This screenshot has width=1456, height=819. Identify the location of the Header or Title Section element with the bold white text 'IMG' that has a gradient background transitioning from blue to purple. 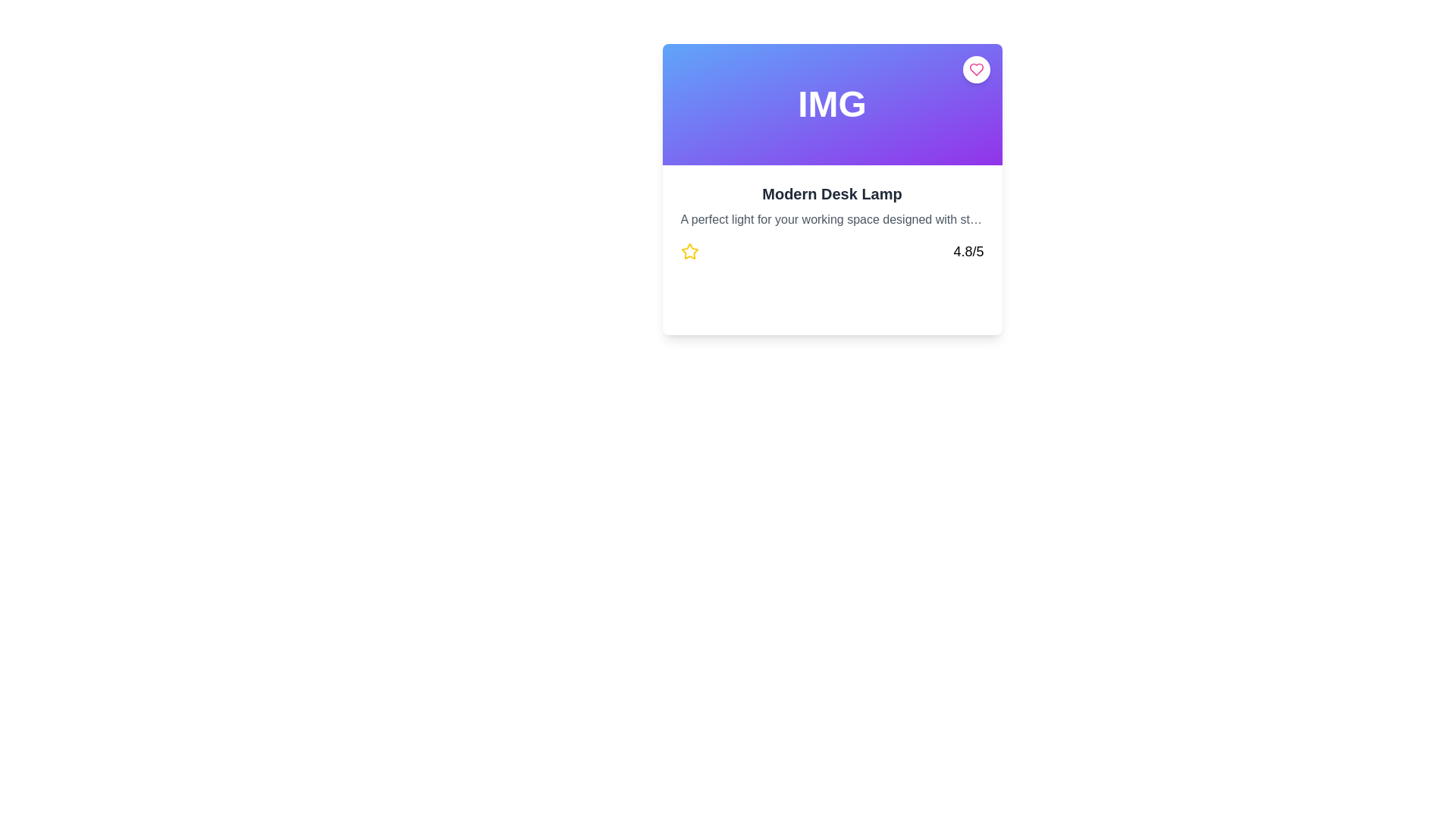
(831, 104).